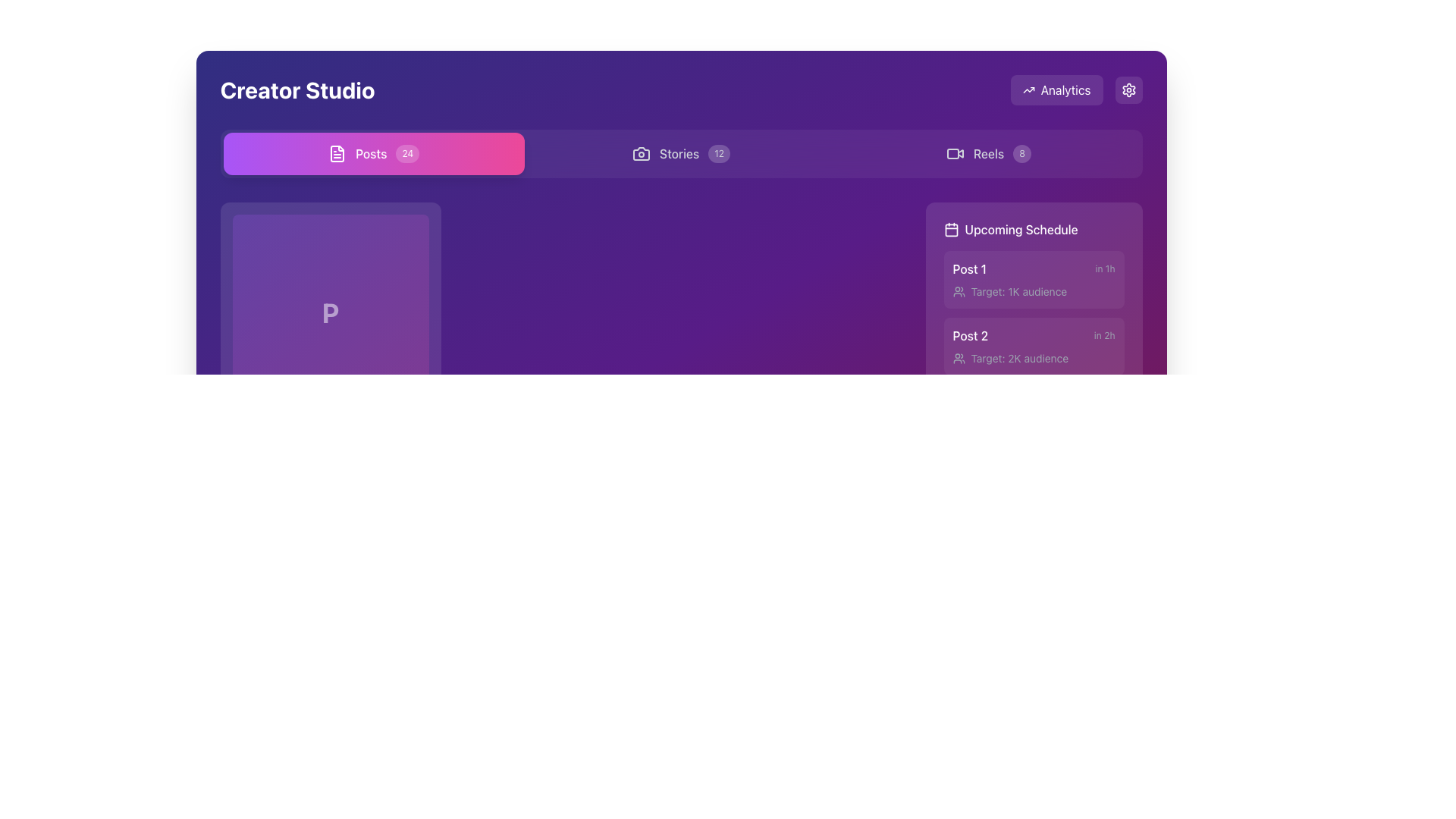 The image size is (1456, 819). Describe the element at coordinates (1019, 359) in the screenshot. I see `text from the Text Label indicating the target audience size for the second item in the 'Upcoming Schedule' section, following the first item labeled 'Target: 1K audience'` at that location.